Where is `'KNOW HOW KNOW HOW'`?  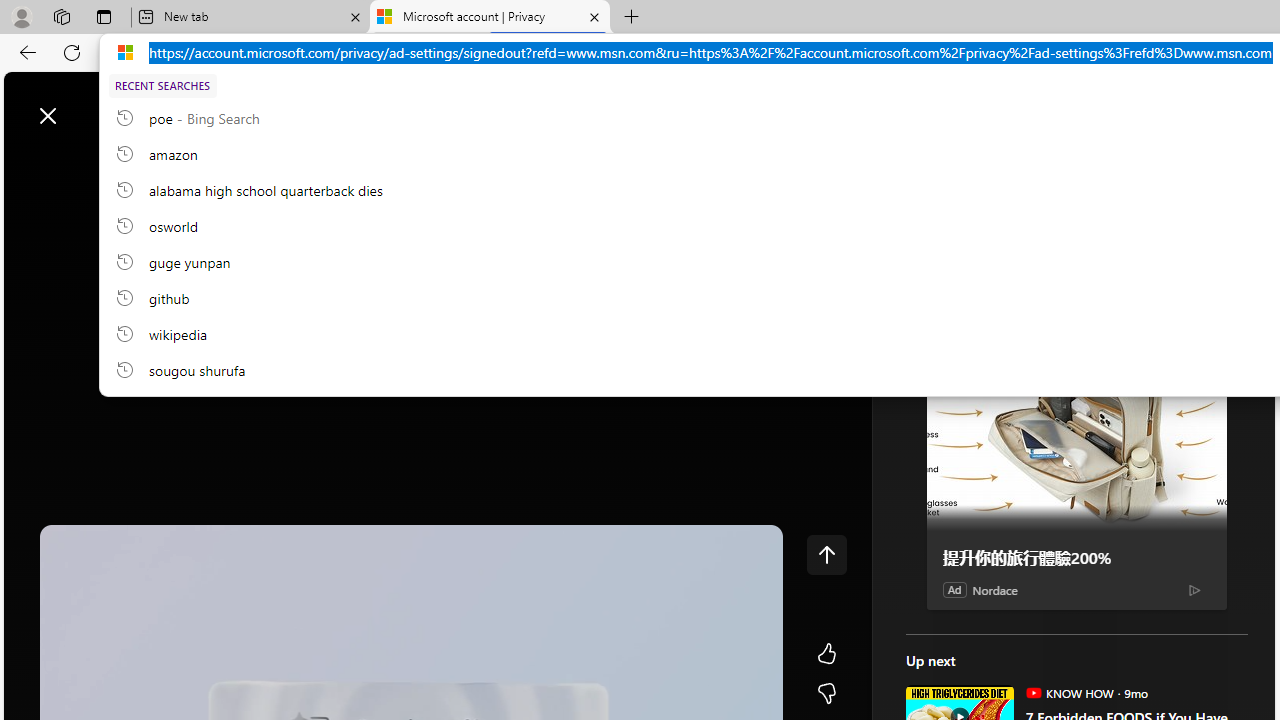 'KNOW HOW KNOW HOW' is located at coordinates (1068, 691).